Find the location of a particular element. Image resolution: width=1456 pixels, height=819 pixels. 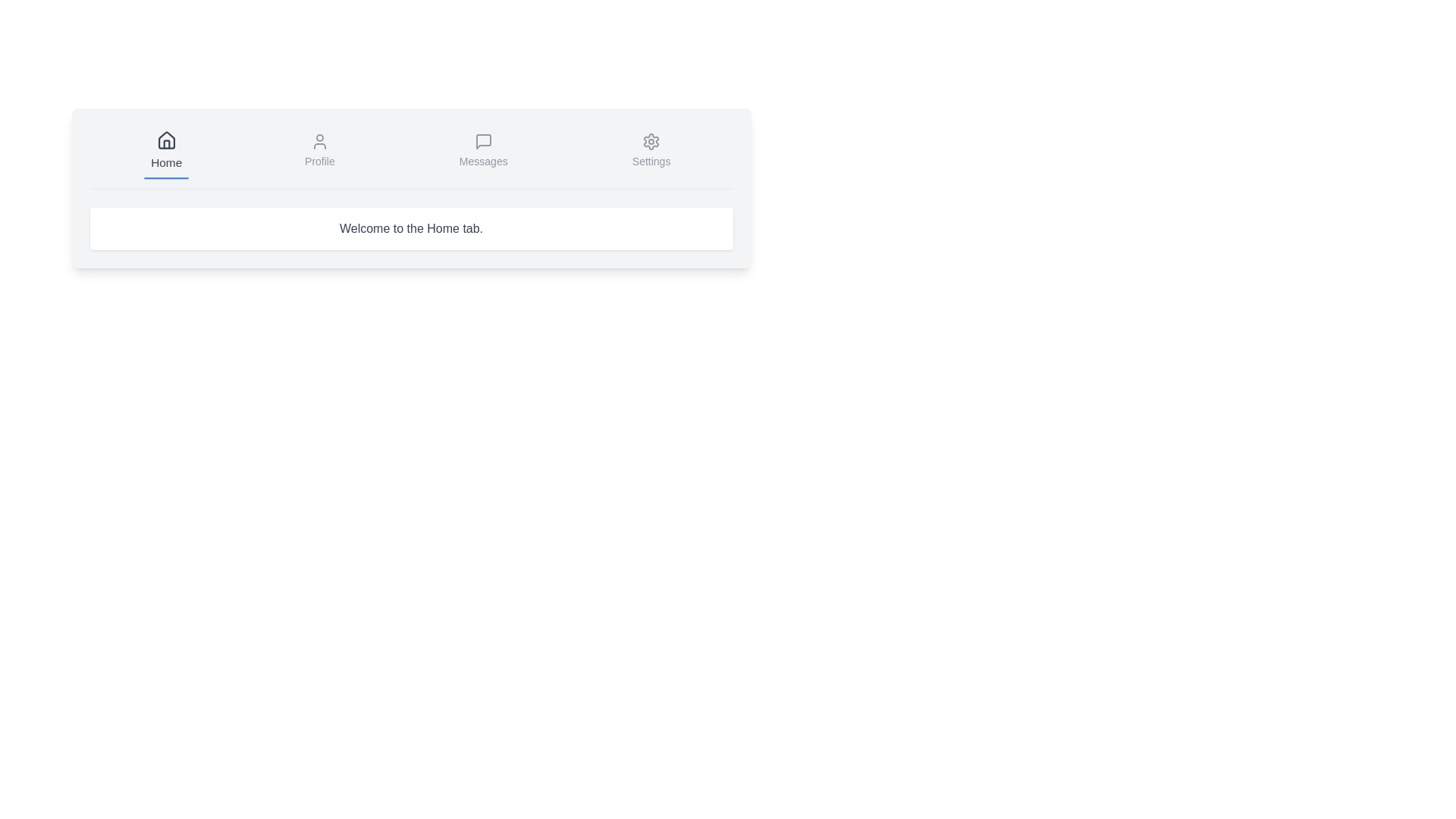

the tab button labeled Home is located at coordinates (166, 152).